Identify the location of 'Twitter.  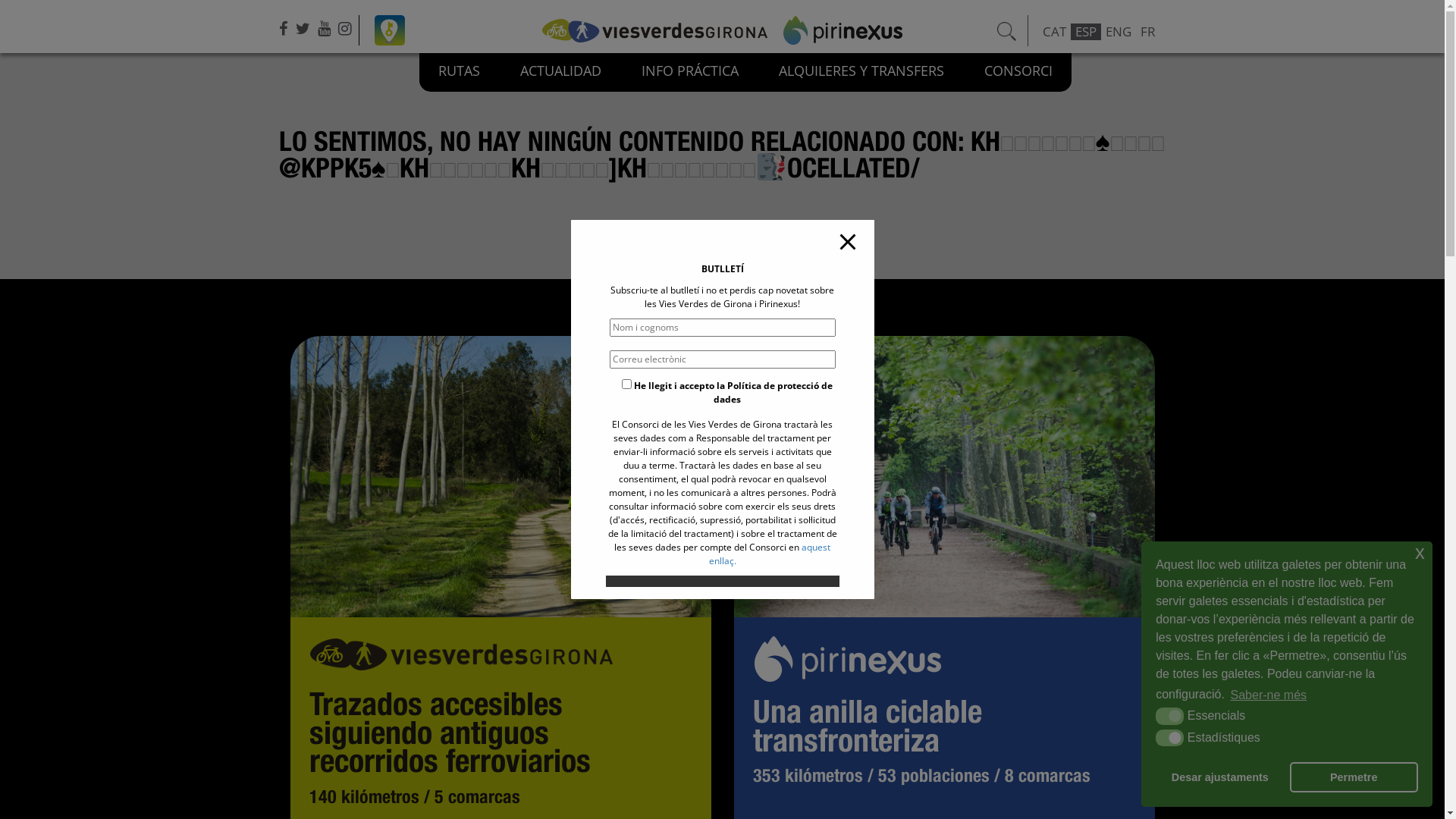
(304, 28).